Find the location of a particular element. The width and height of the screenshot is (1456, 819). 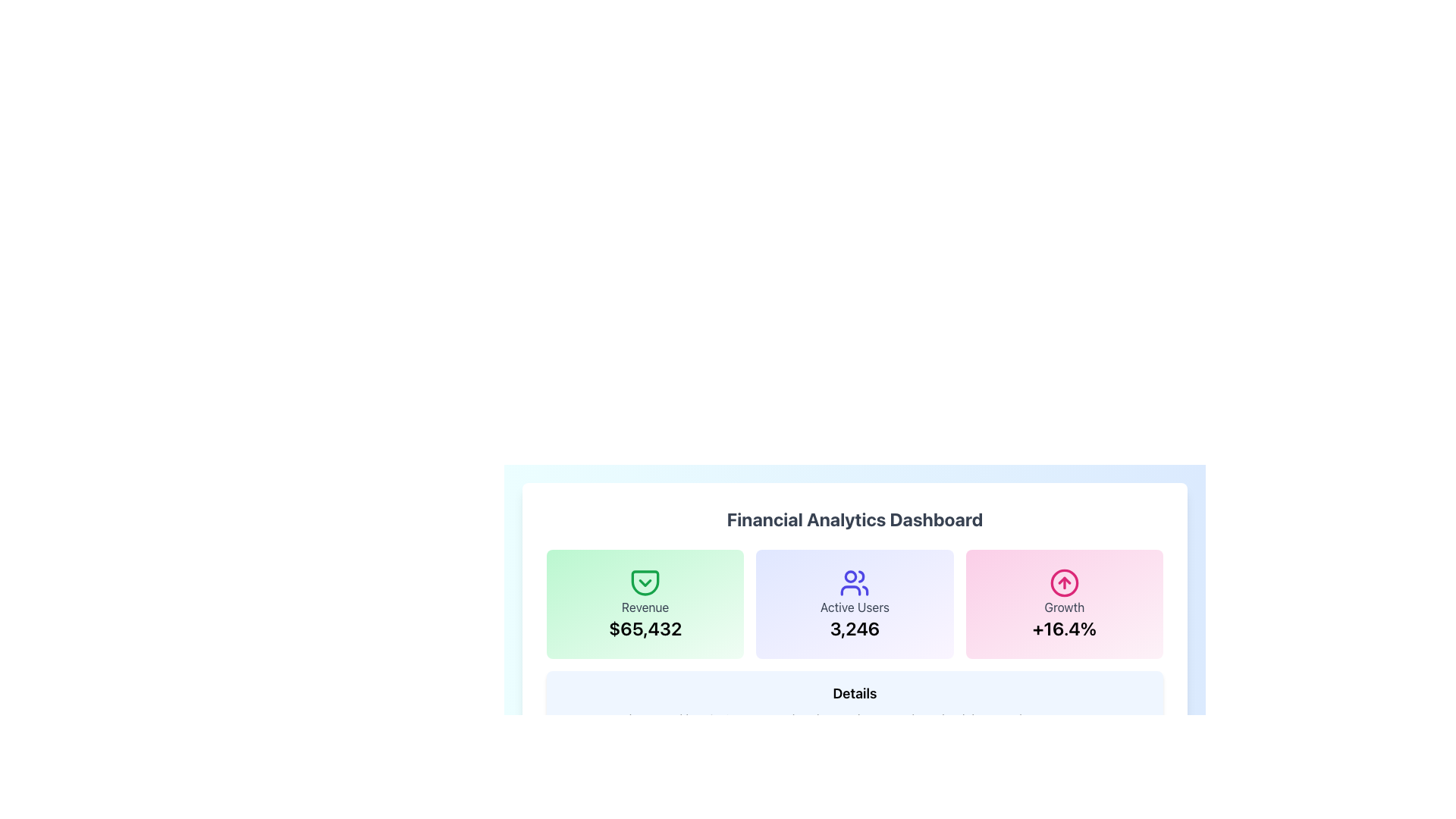

the Informative Box that displays the number of active users in the dashboard's analytics view by moving the cursor to its center is located at coordinates (855, 645).